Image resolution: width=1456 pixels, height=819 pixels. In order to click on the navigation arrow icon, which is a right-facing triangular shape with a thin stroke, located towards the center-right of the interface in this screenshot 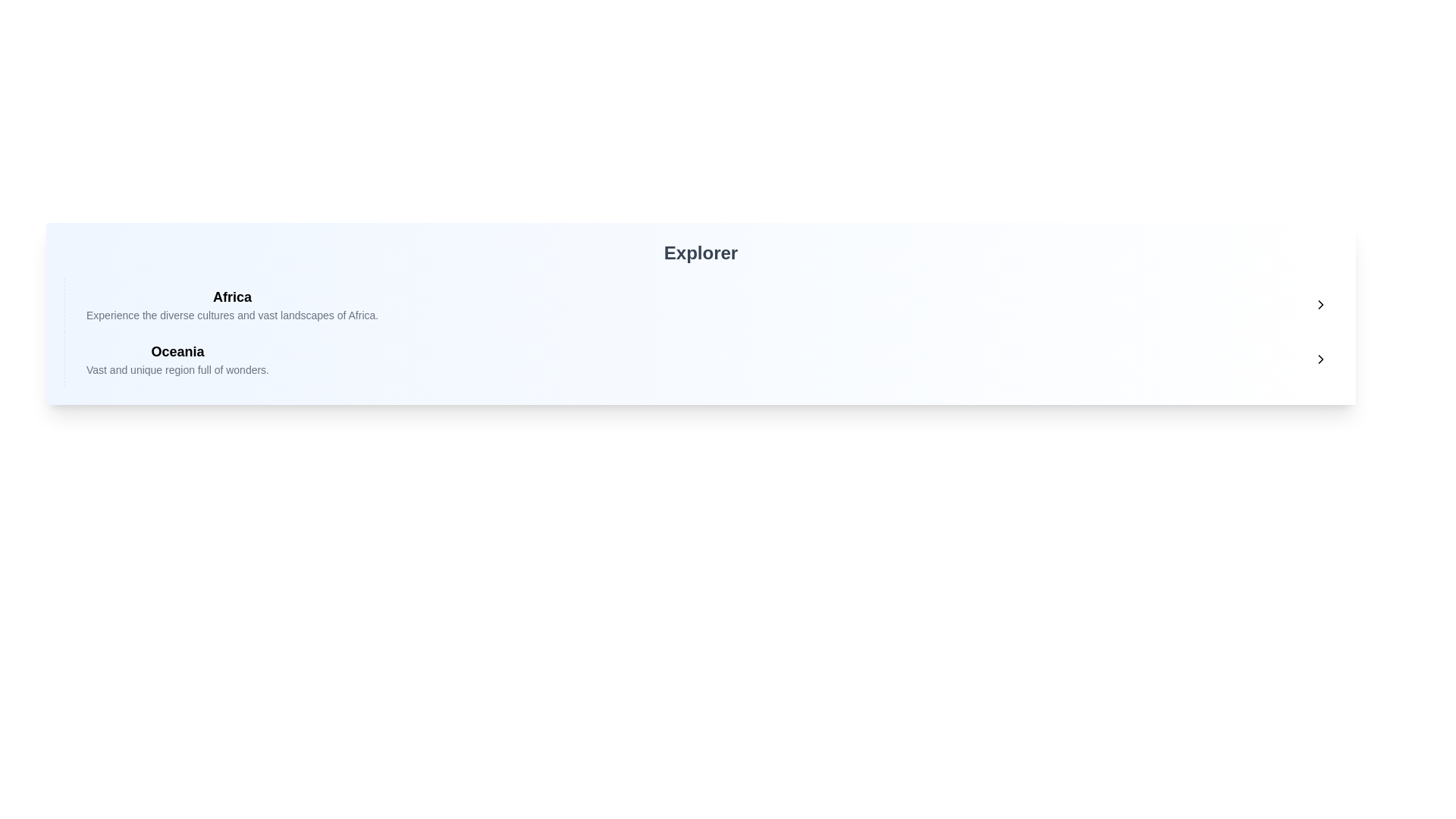, I will do `click(1320, 359)`.